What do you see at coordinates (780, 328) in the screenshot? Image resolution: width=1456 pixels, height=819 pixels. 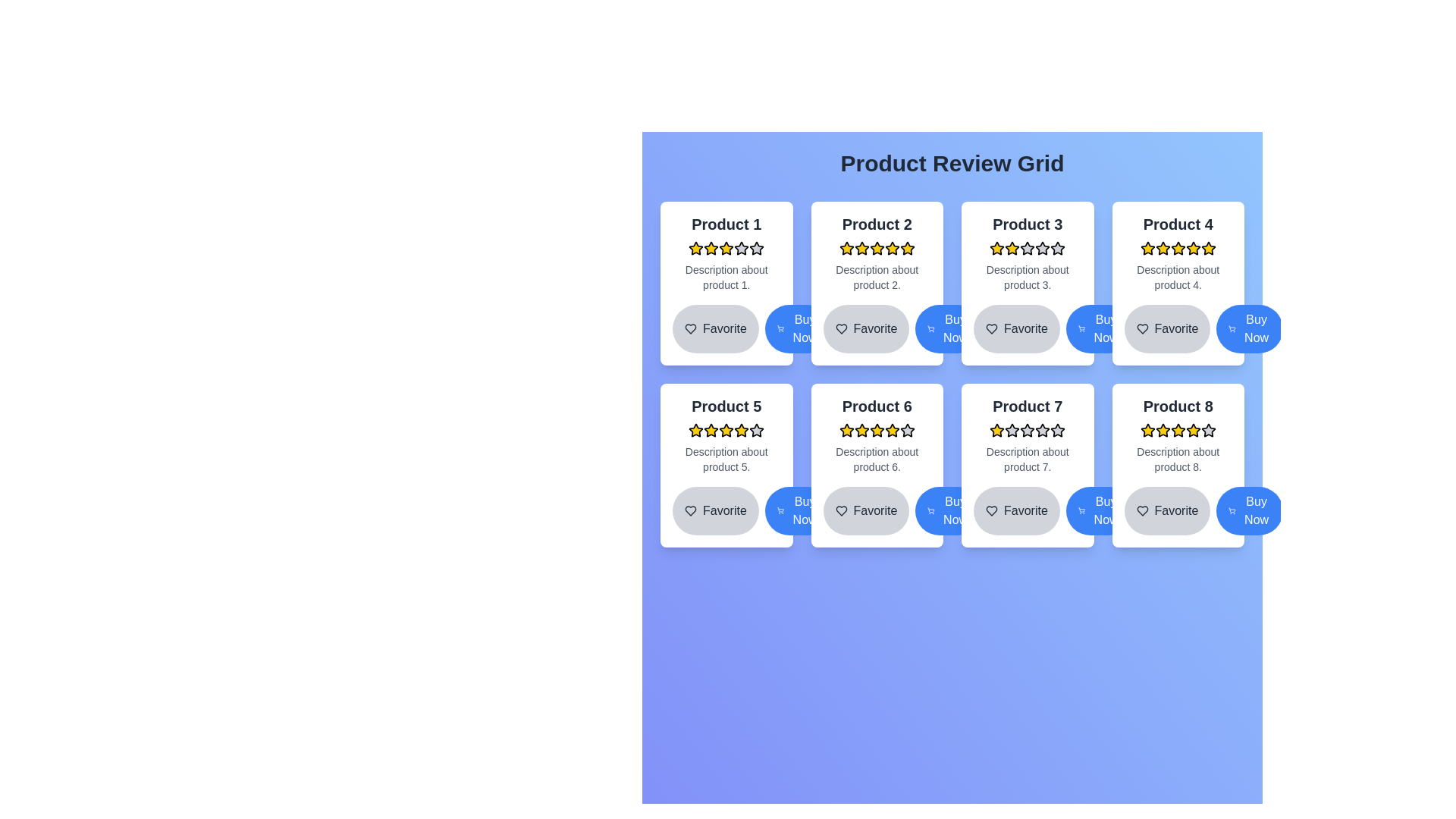 I see `the cart icon located to the left of the 'Buy Now' button beneath the 'Product 2' card in the top row of the grid layout` at bounding box center [780, 328].